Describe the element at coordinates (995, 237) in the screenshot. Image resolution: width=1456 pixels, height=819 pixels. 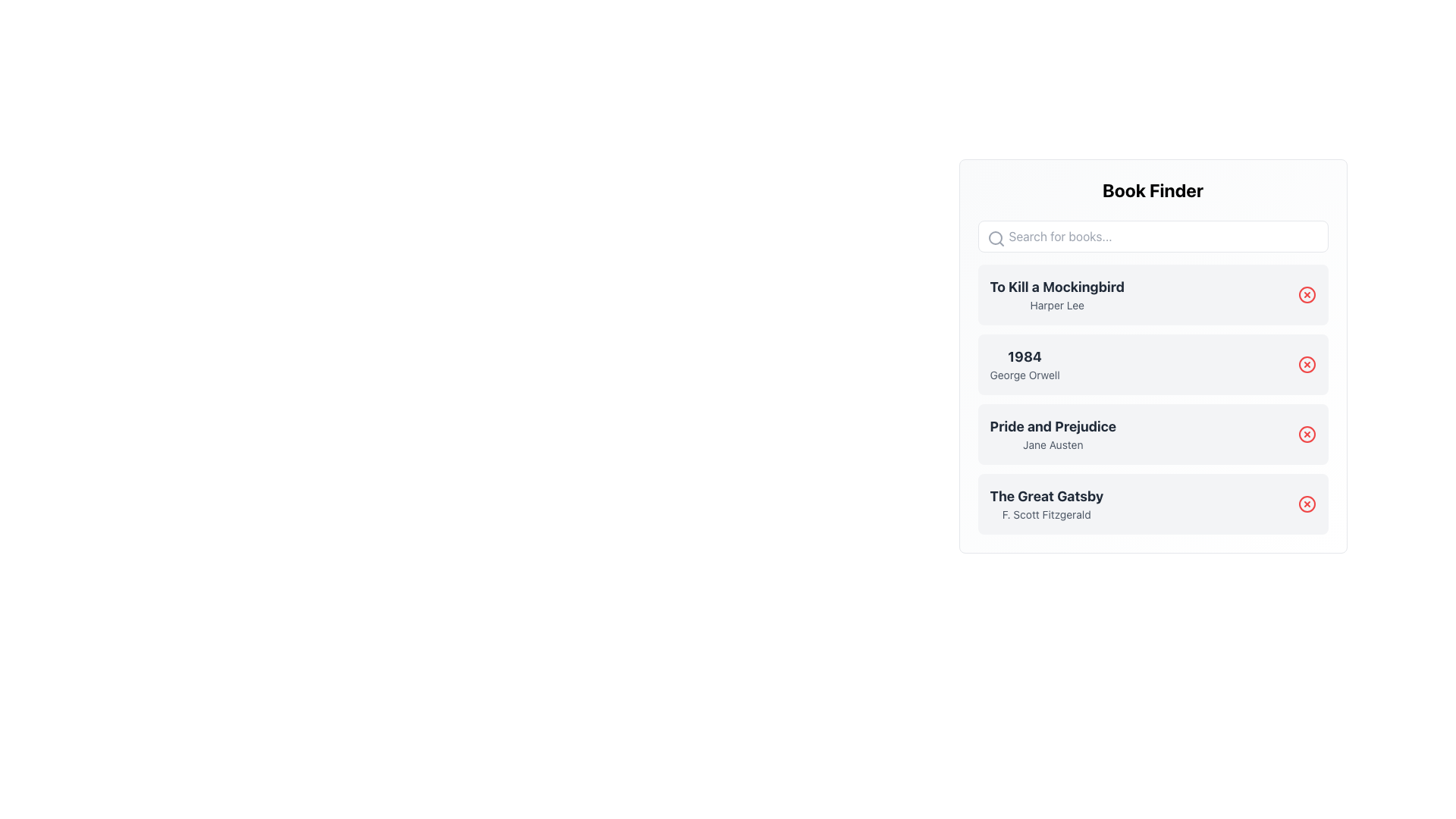
I see `the Circle element that represents the lens in the search icon, located at the left side of the search input field` at that location.